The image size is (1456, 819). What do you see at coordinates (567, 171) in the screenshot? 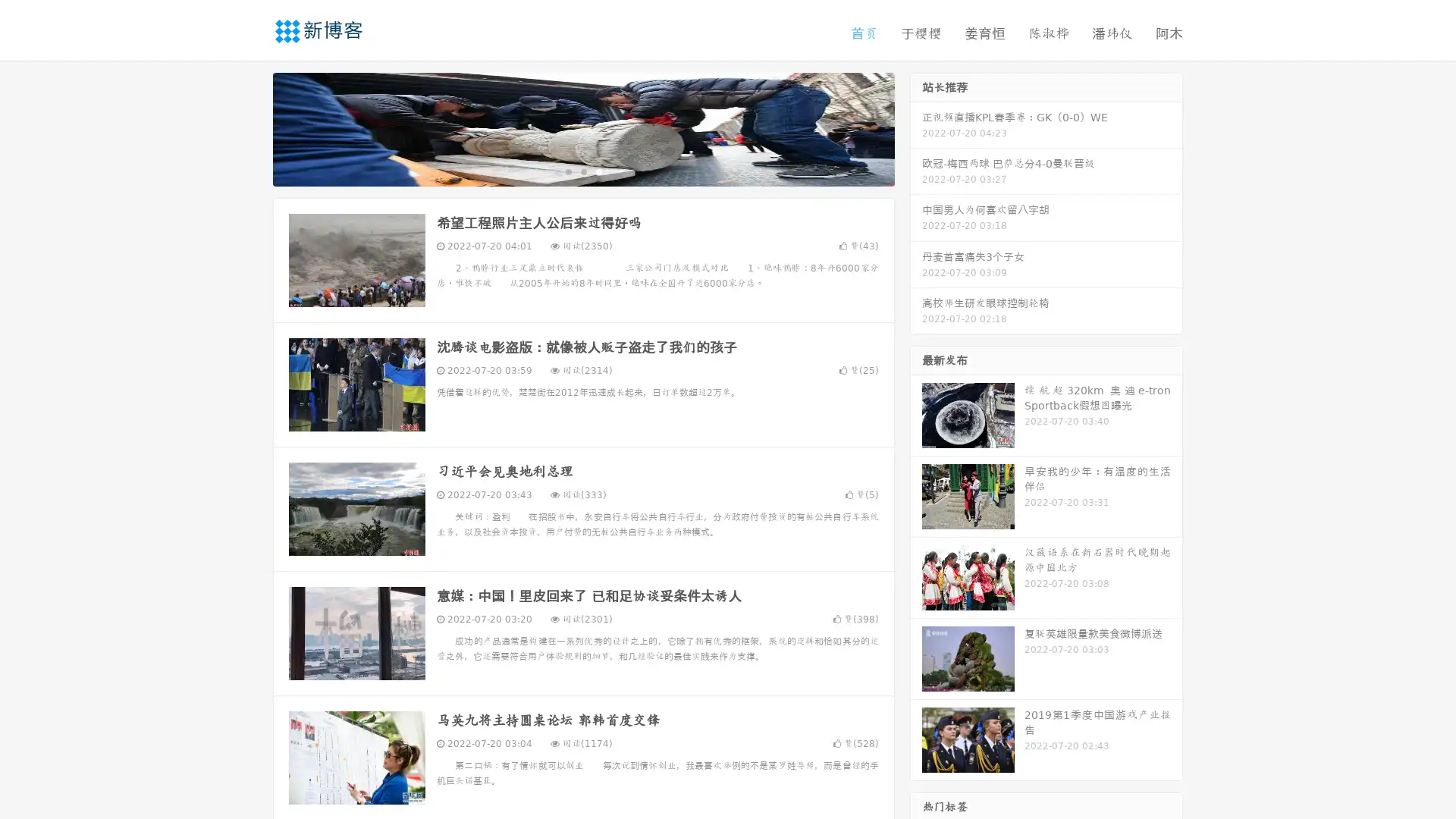
I see `Go to slide 1` at bounding box center [567, 171].